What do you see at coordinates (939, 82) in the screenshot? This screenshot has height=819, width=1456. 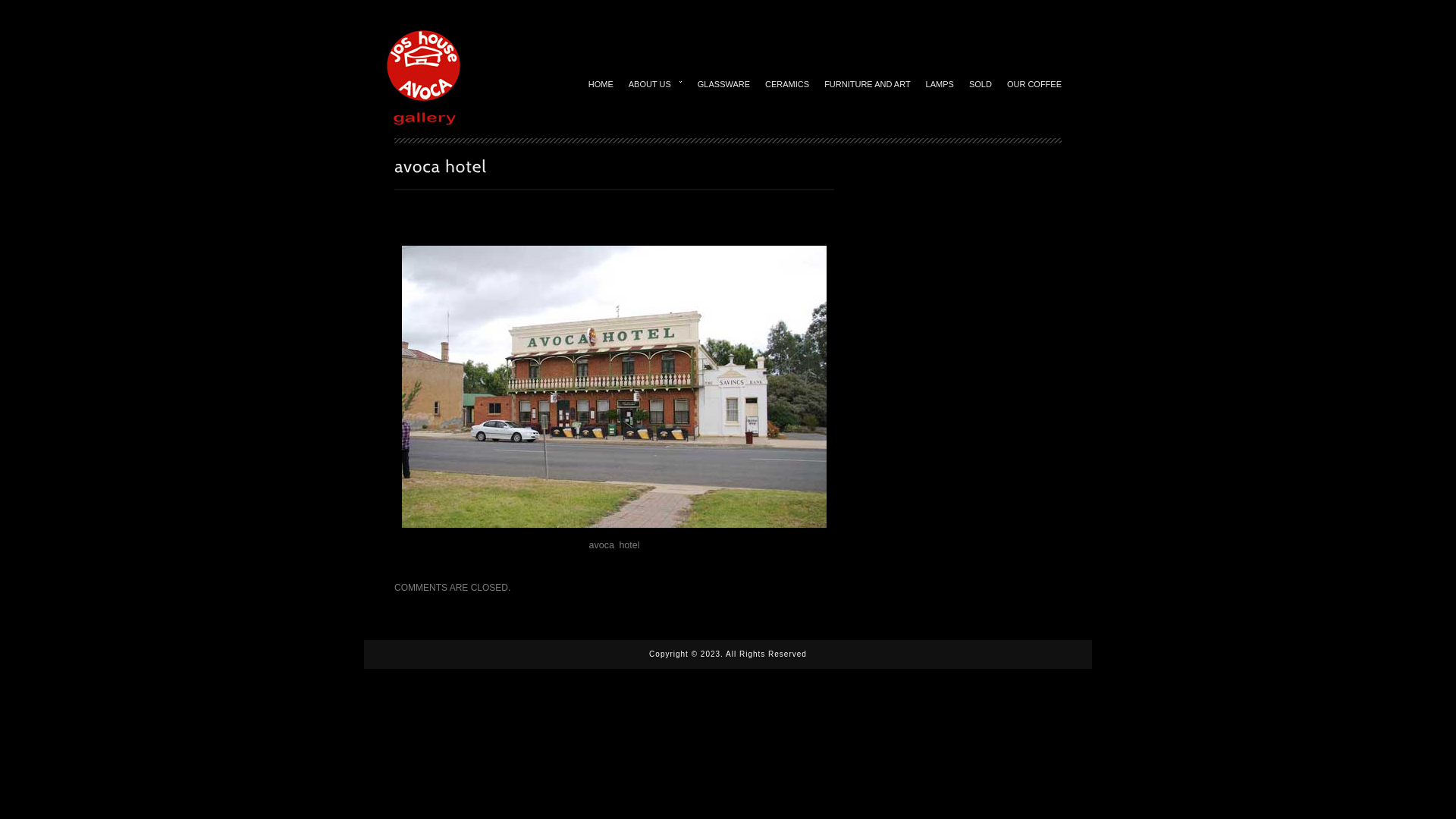 I see `'LAMPS'` at bounding box center [939, 82].